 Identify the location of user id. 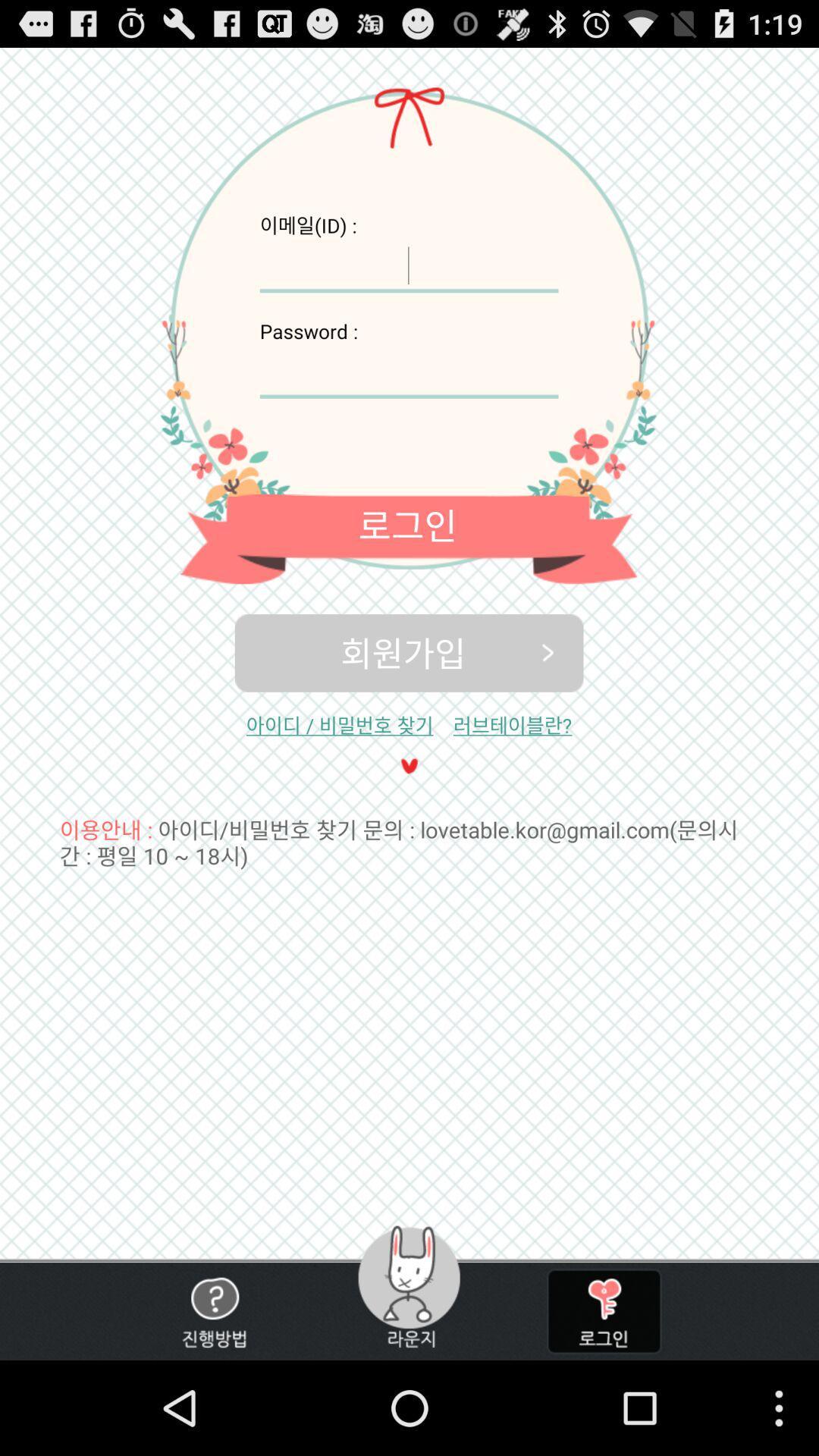
(408, 265).